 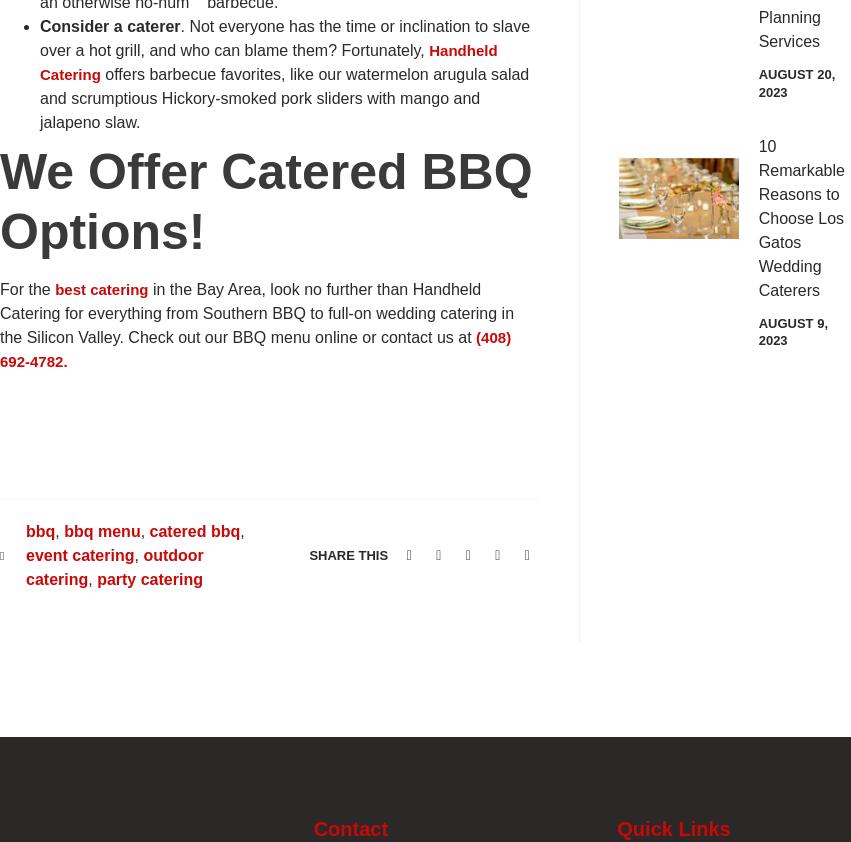 I want to click on 'We Offer Catered BBQ Options!', so click(x=265, y=200).